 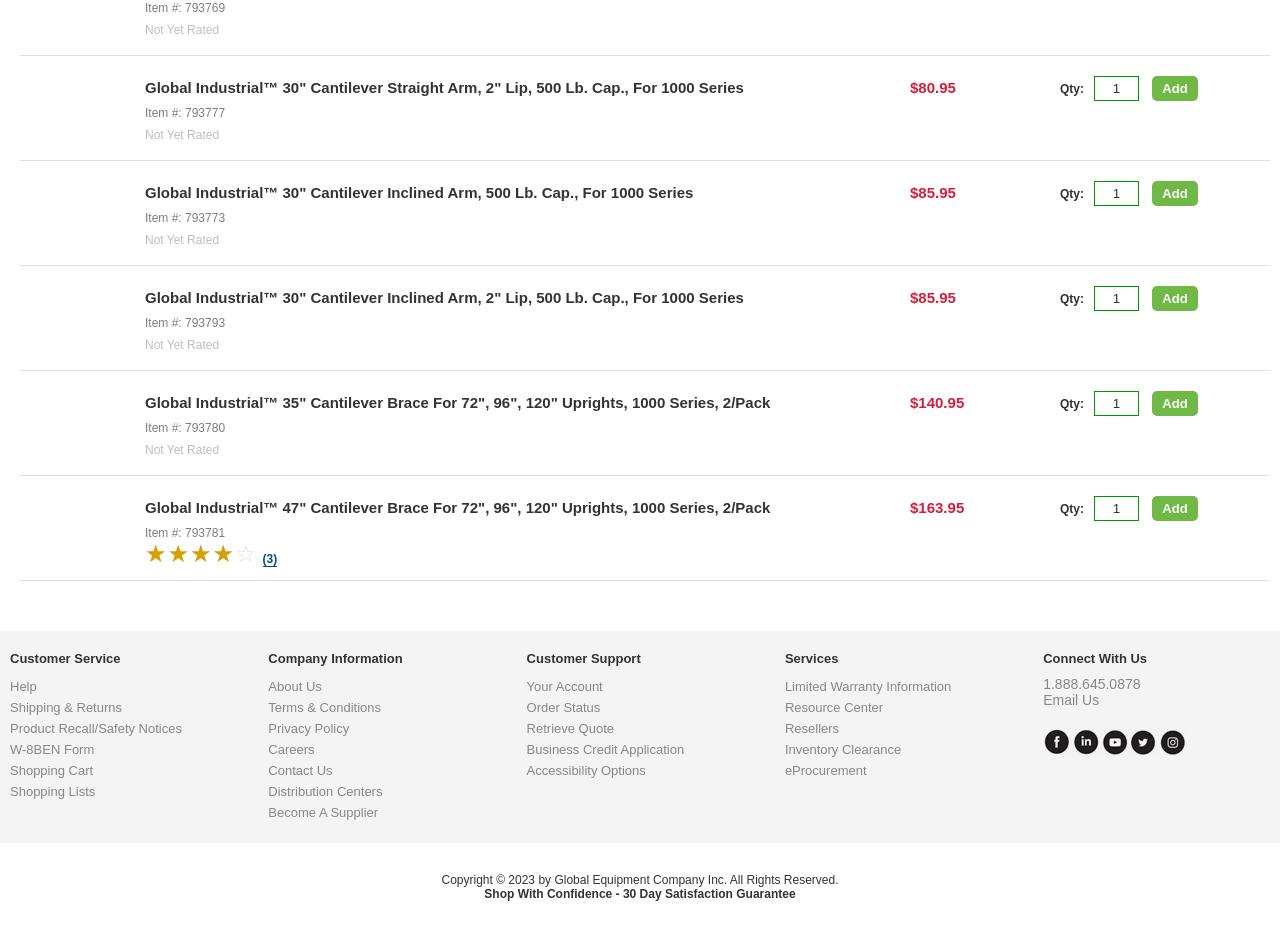 What do you see at coordinates (811, 888) in the screenshot?
I see `'Resellers'` at bounding box center [811, 888].